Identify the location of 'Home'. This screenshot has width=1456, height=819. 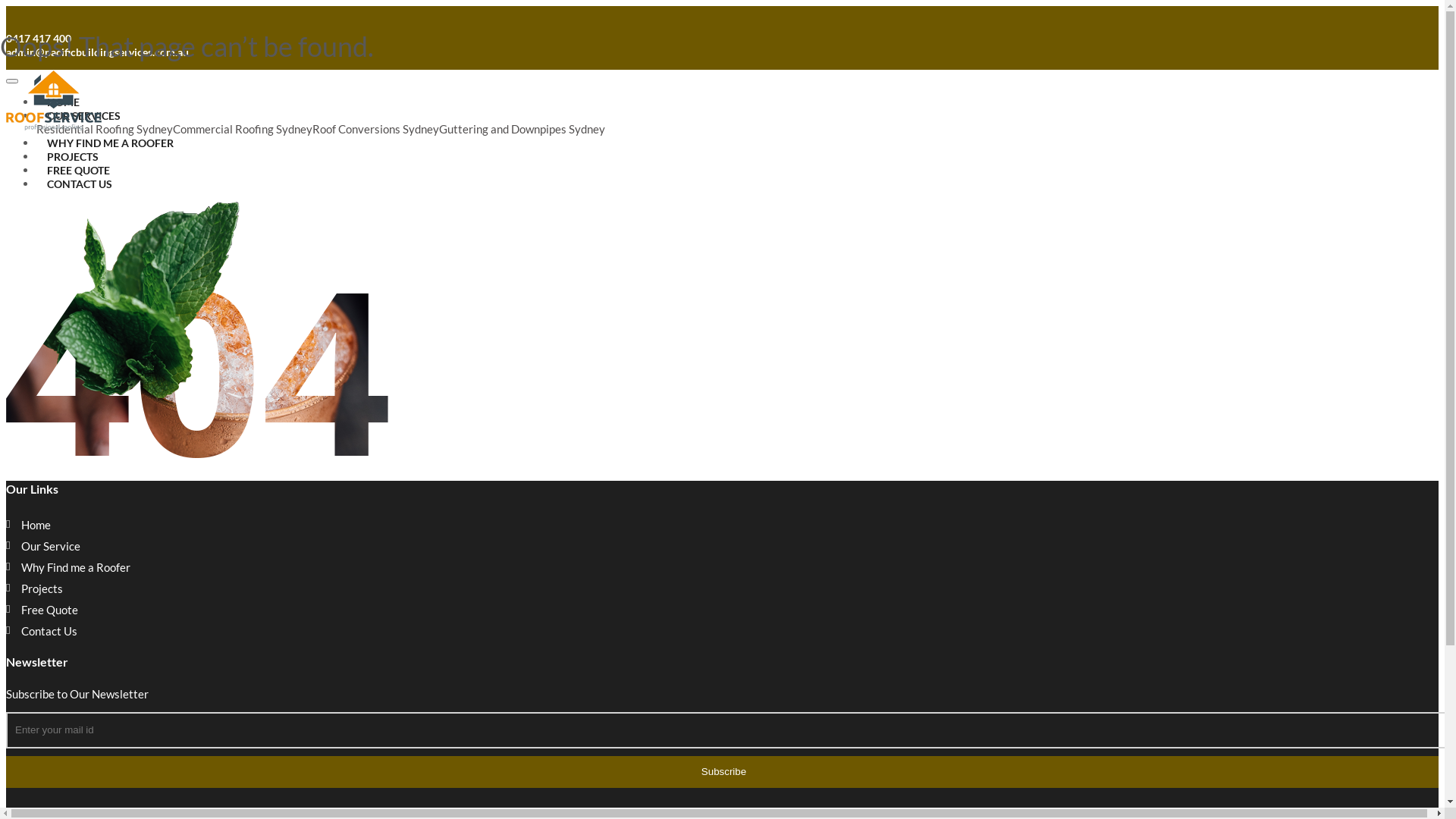
(36, 523).